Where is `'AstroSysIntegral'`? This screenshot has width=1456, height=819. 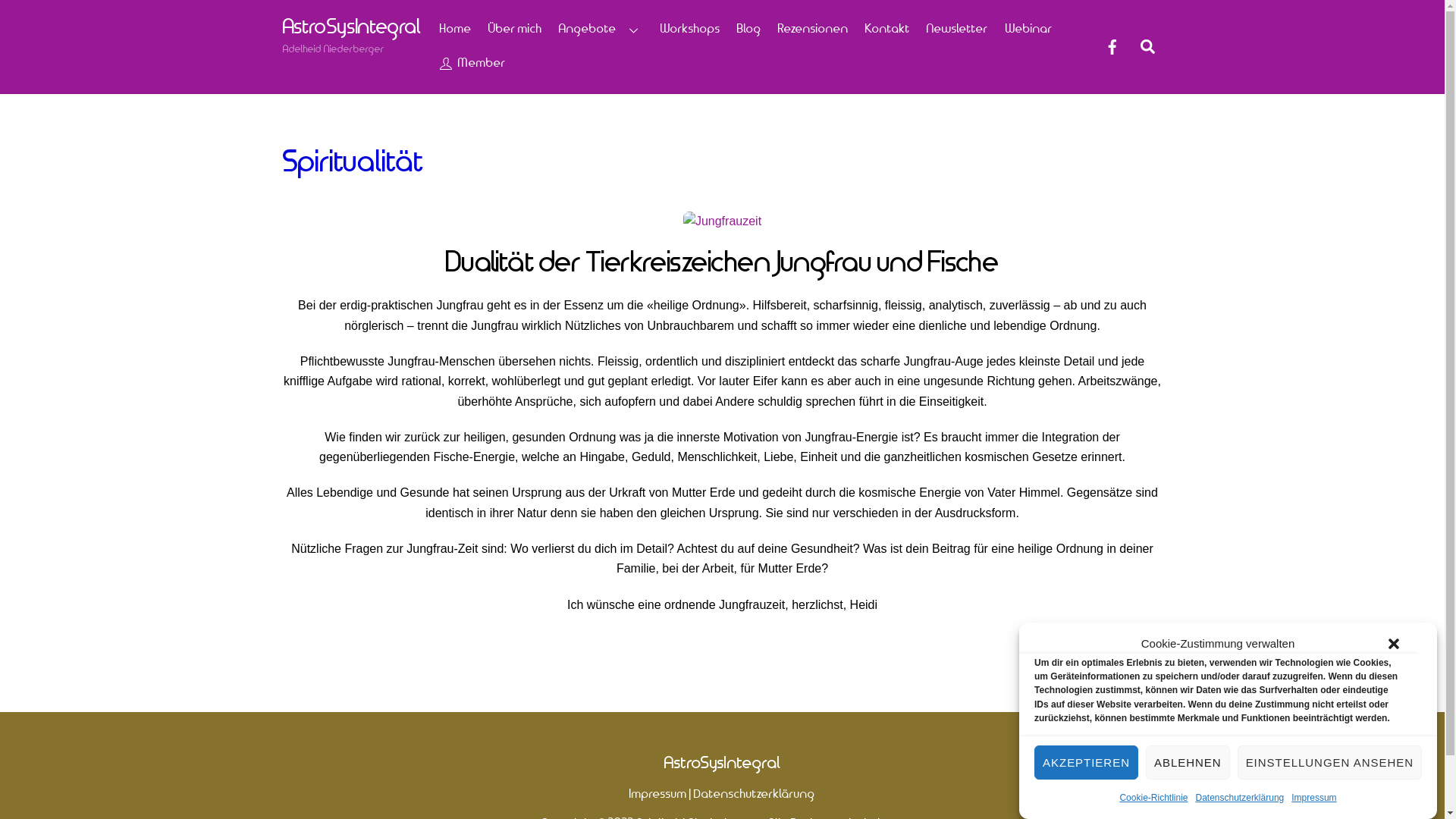
'AstroSysIntegral' is located at coordinates (664, 763).